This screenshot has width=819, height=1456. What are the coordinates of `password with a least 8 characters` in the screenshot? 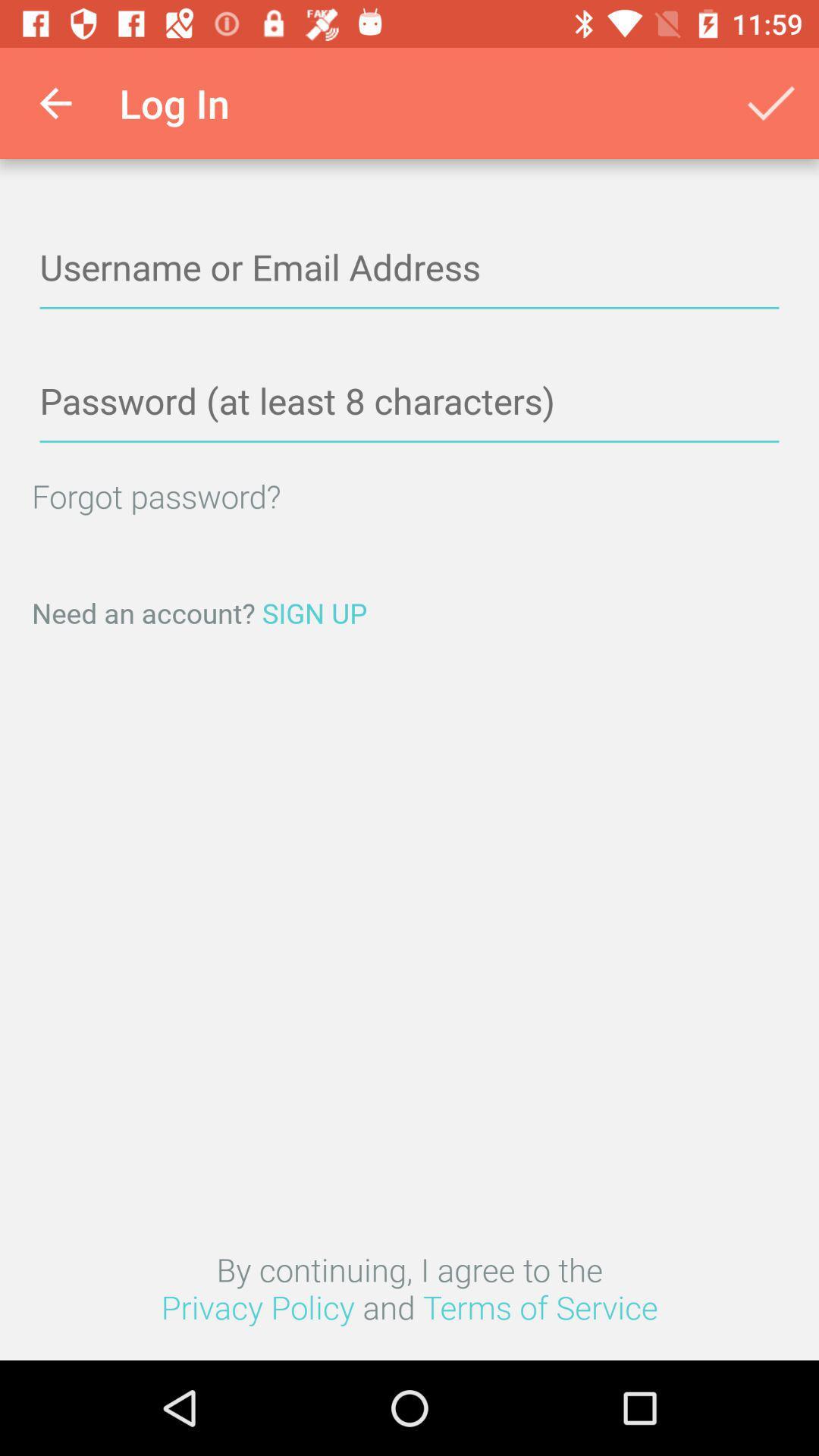 It's located at (409, 402).